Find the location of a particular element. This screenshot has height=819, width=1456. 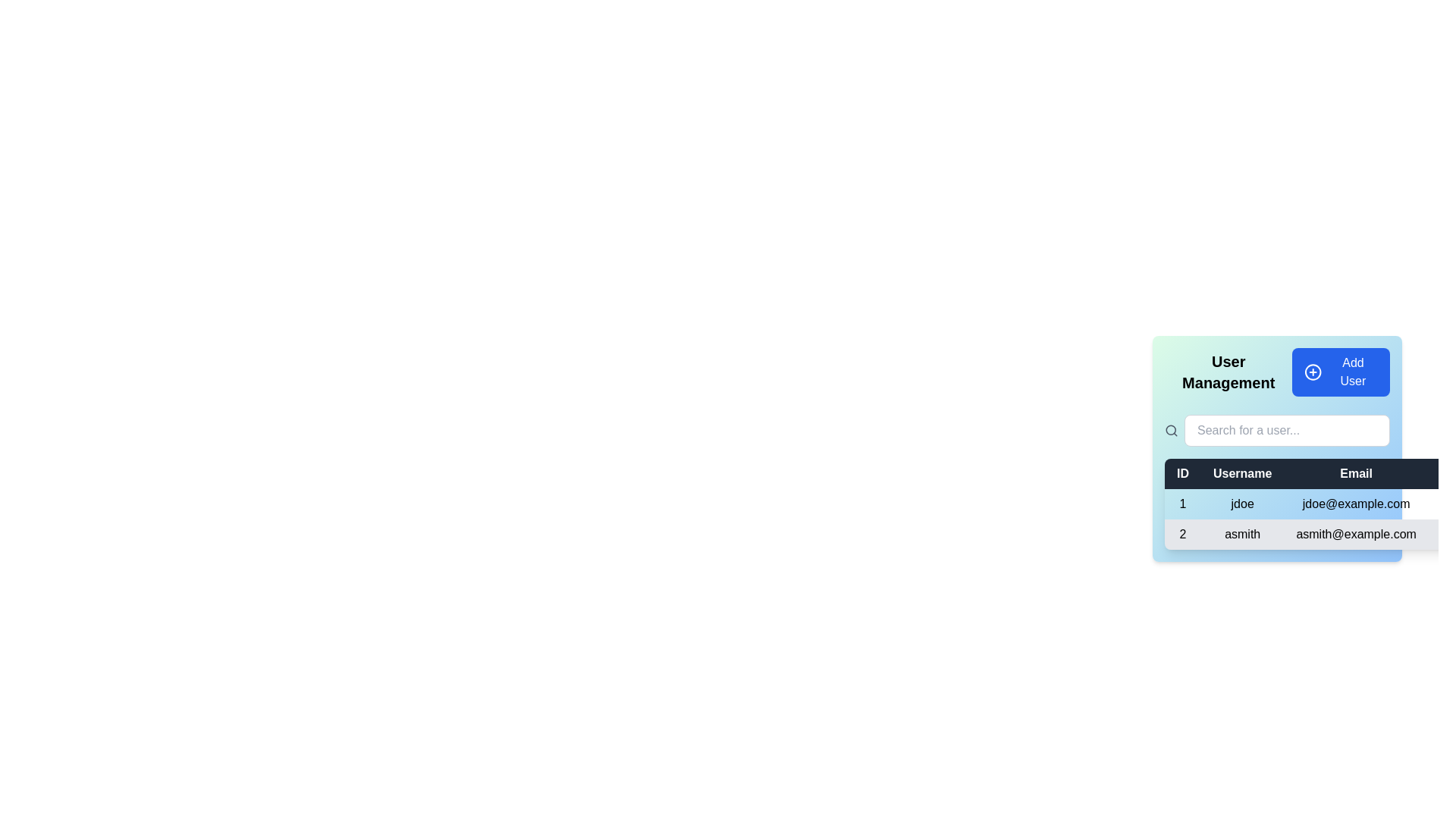

label that displays the numerical ID for user 'asmith' in the second data row of the table under the 'ID' column is located at coordinates (1182, 534).